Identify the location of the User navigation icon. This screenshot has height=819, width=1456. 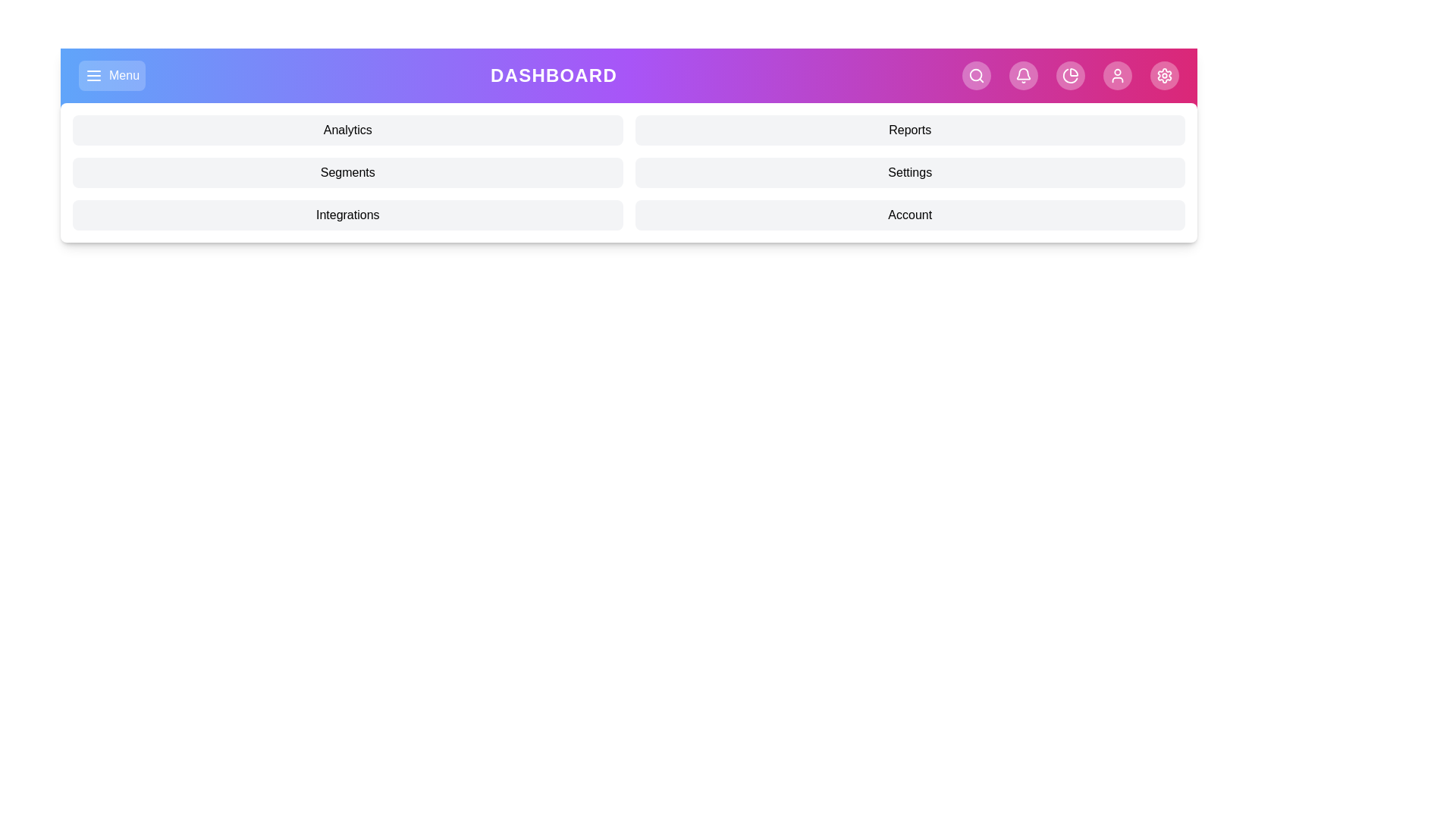
(1117, 76).